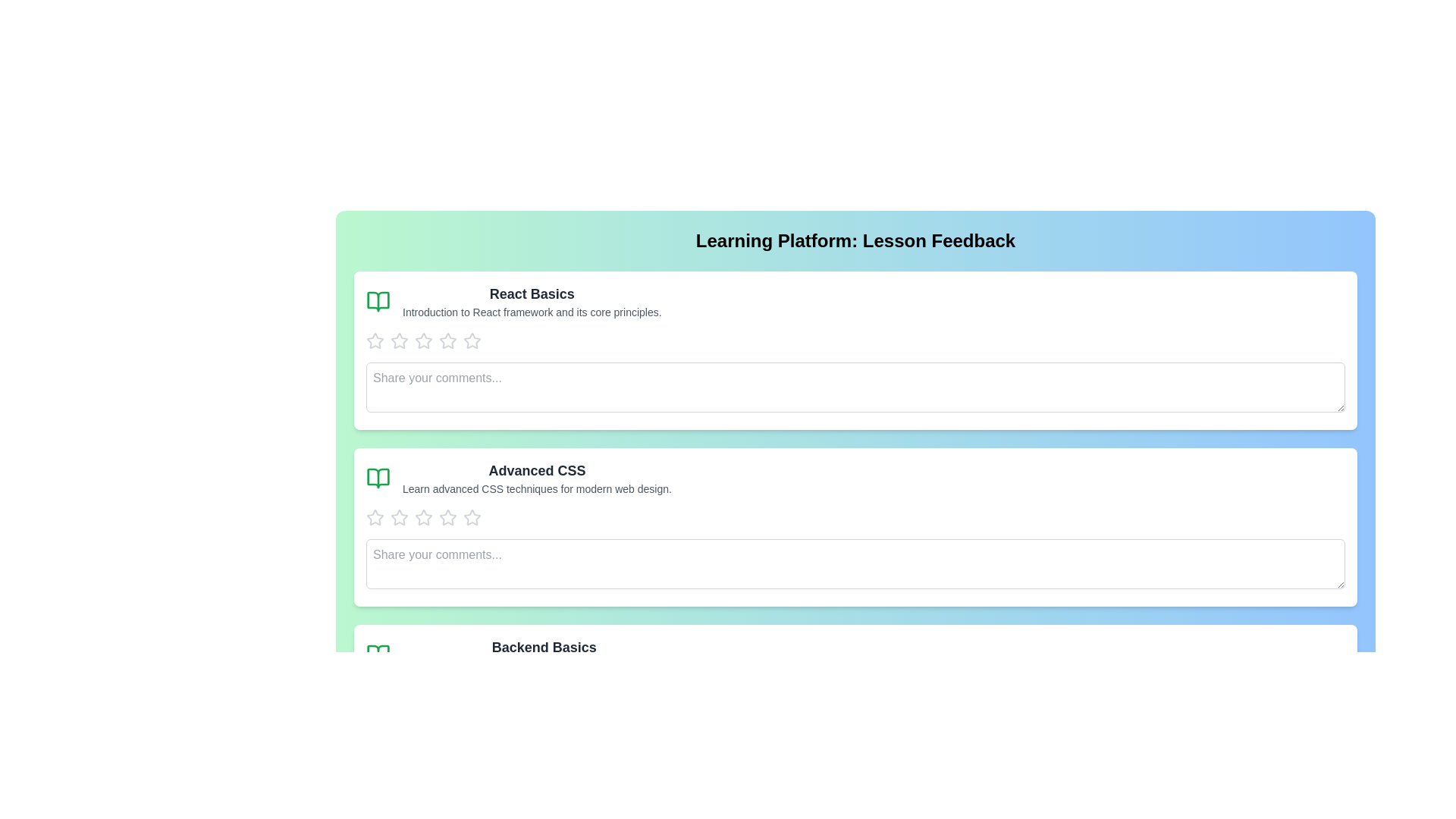 The width and height of the screenshot is (1456, 819). Describe the element at coordinates (375, 516) in the screenshot. I see `the leftmost star in the rating star component for the 'Advanced CSS' feedback section` at that location.